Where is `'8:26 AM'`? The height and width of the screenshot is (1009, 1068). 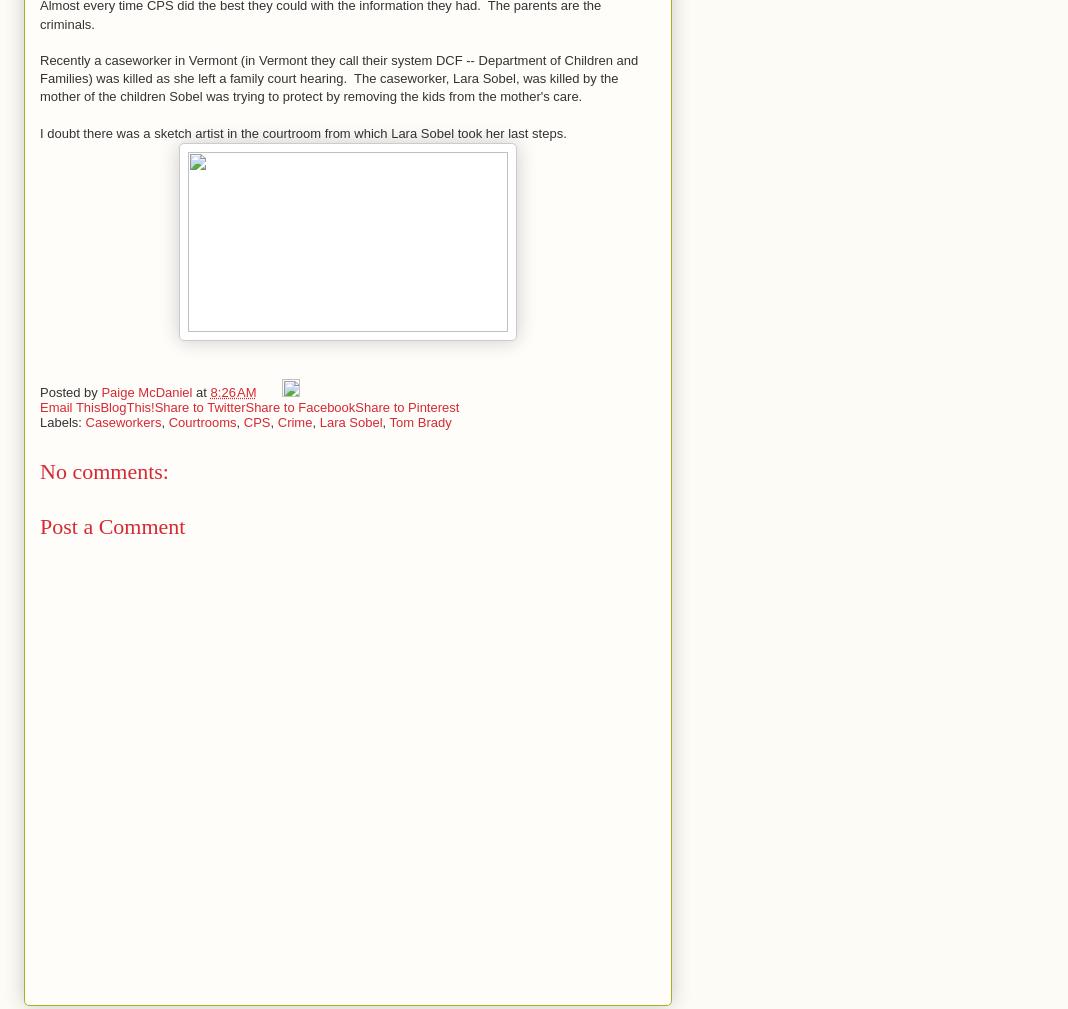
'8:26 AM' is located at coordinates (209, 390).